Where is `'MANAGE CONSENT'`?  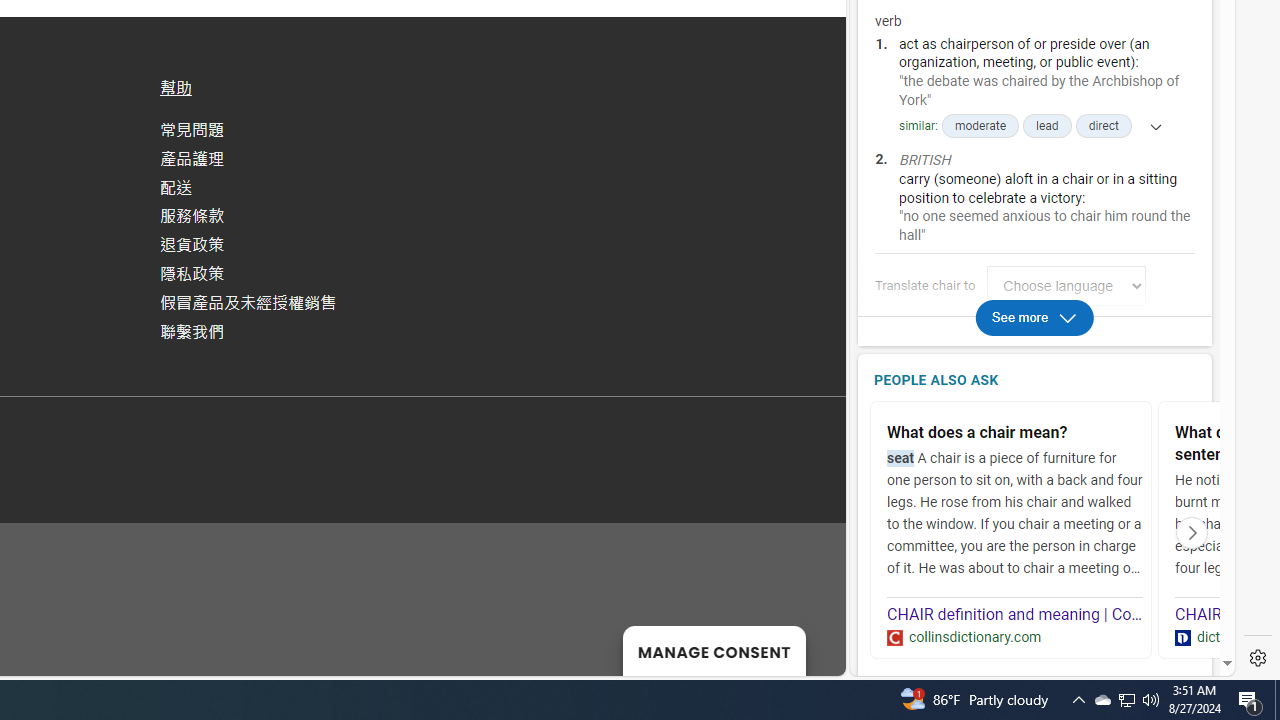
'MANAGE CONSENT' is located at coordinates (714, 650).